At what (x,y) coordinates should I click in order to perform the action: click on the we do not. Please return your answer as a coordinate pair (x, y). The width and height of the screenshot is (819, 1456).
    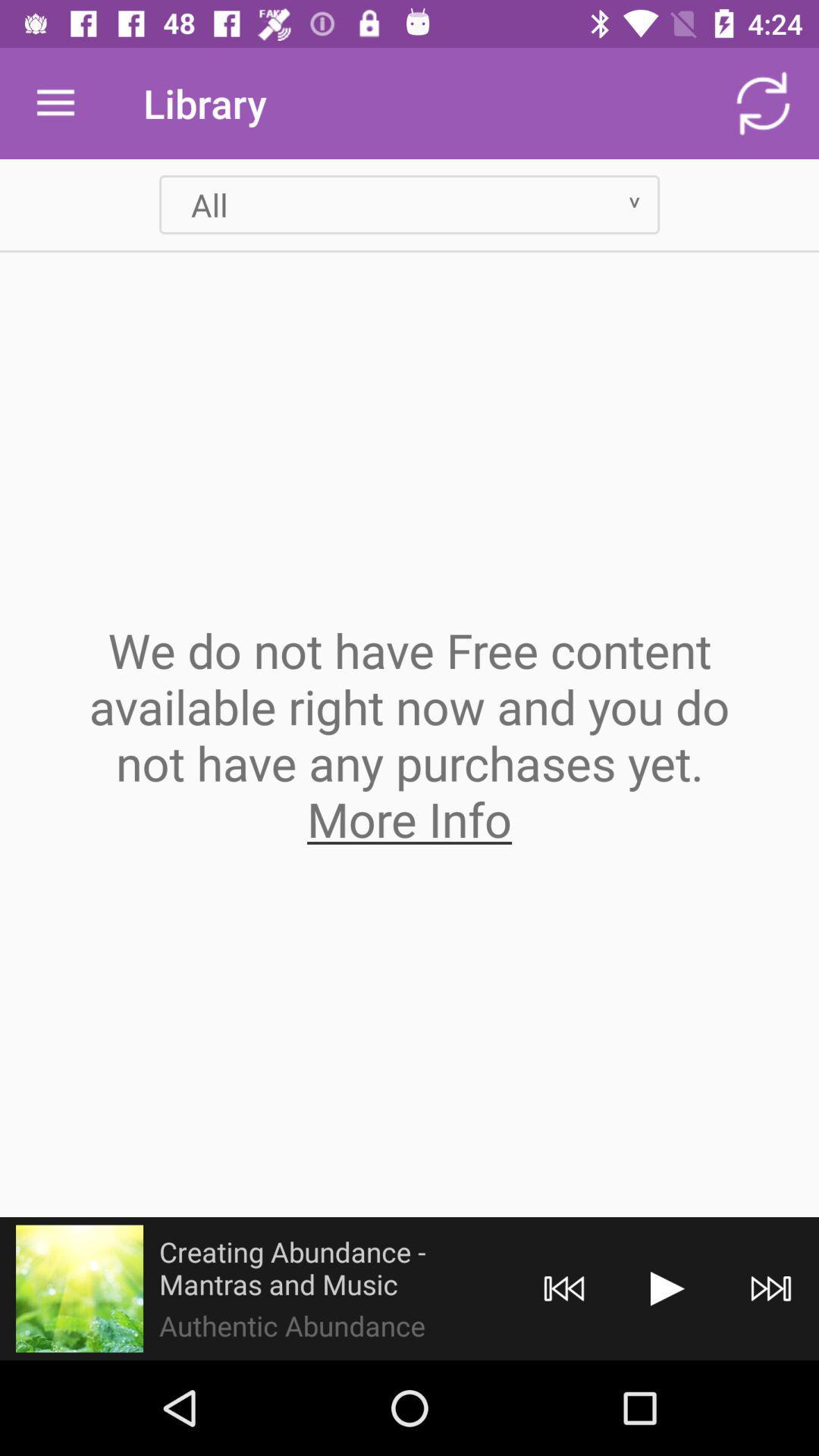
    Looking at the image, I should click on (409, 734).